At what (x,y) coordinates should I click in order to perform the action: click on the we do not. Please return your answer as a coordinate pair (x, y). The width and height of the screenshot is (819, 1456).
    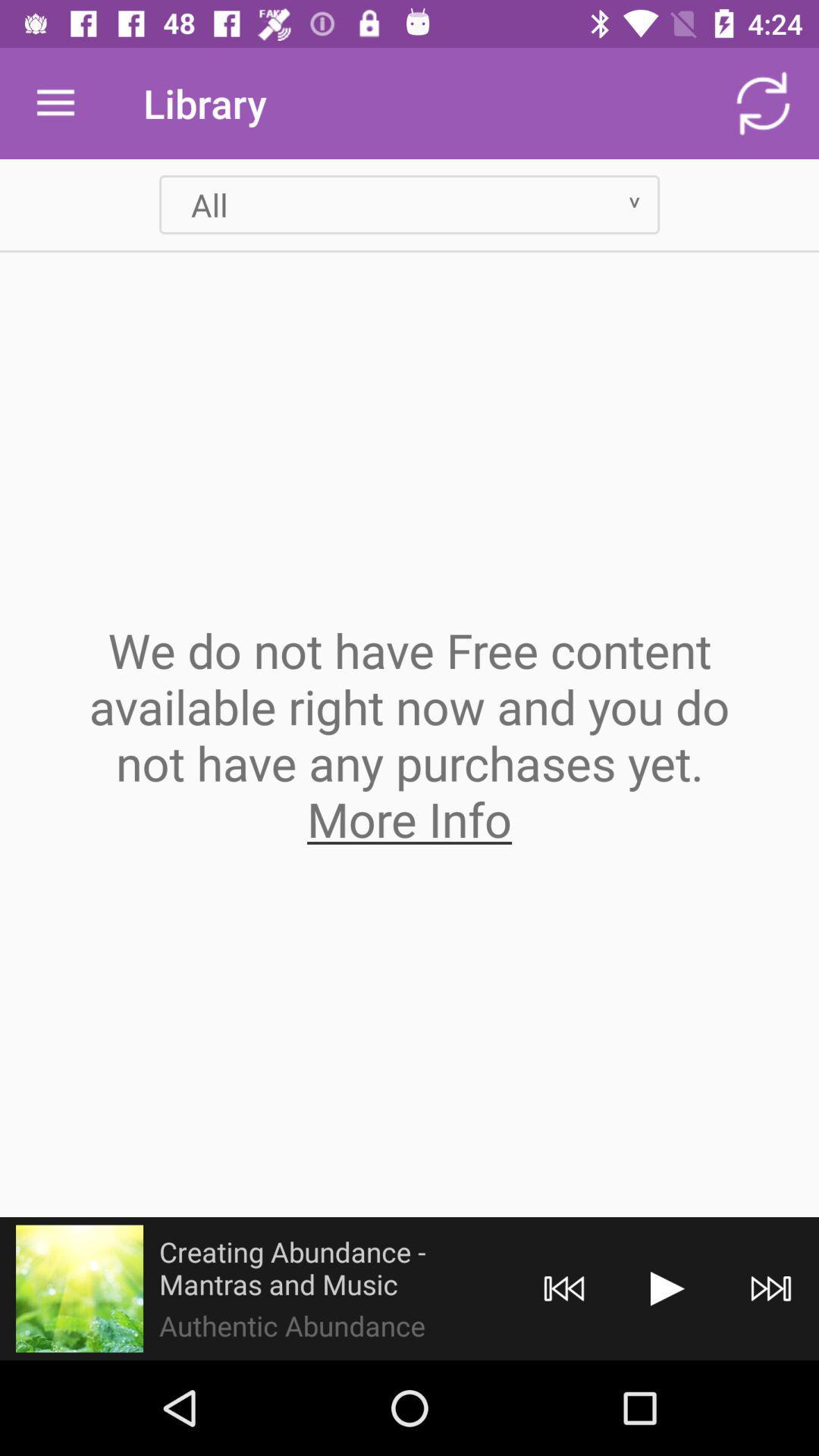
    Looking at the image, I should click on (409, 734).